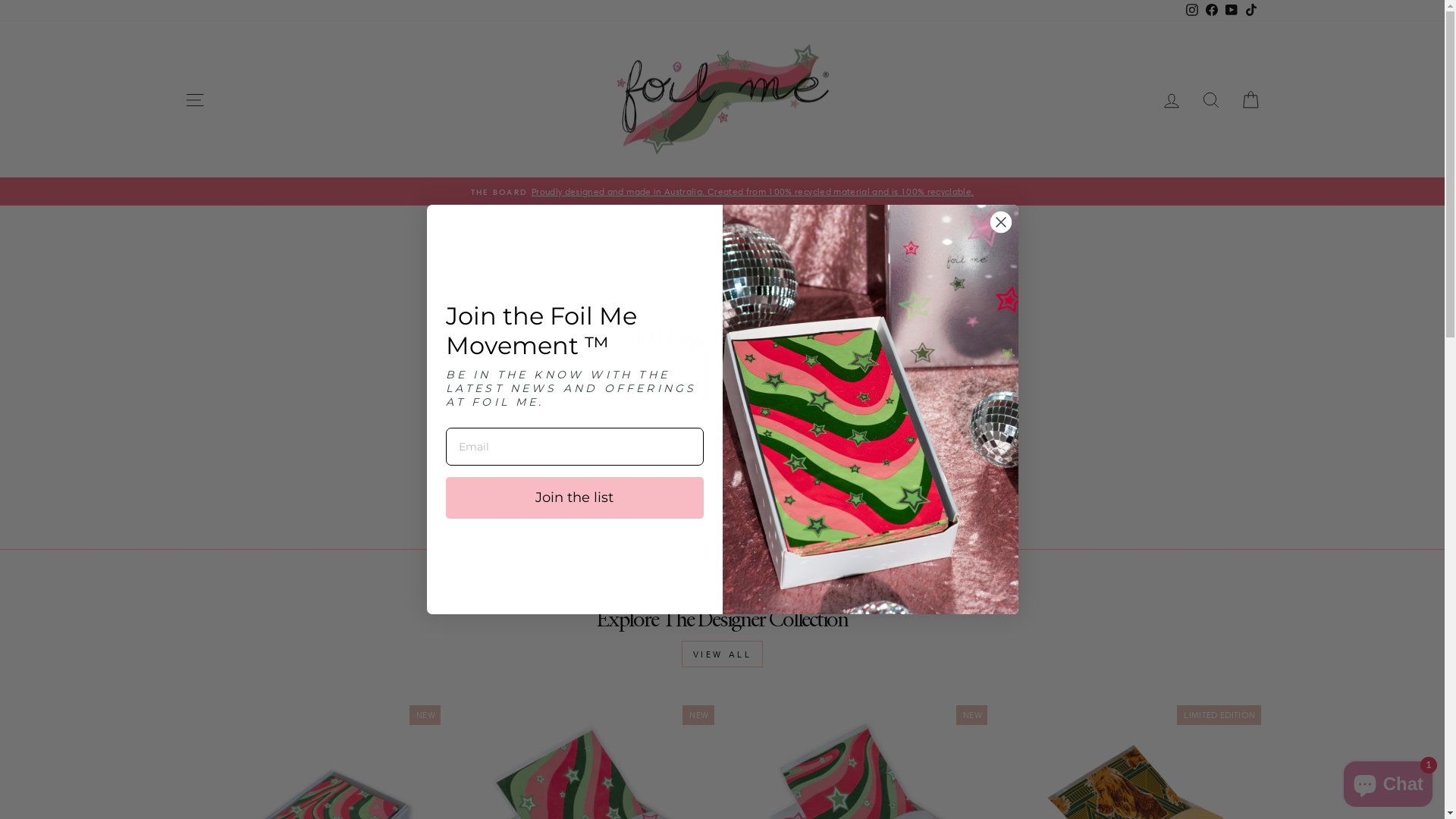 This screenshot has width=1456, height=819. What do you see at coordinates (1150, 99) in the screenshot?
I see `'LOG IN'` at bounding box center [1150, 99].